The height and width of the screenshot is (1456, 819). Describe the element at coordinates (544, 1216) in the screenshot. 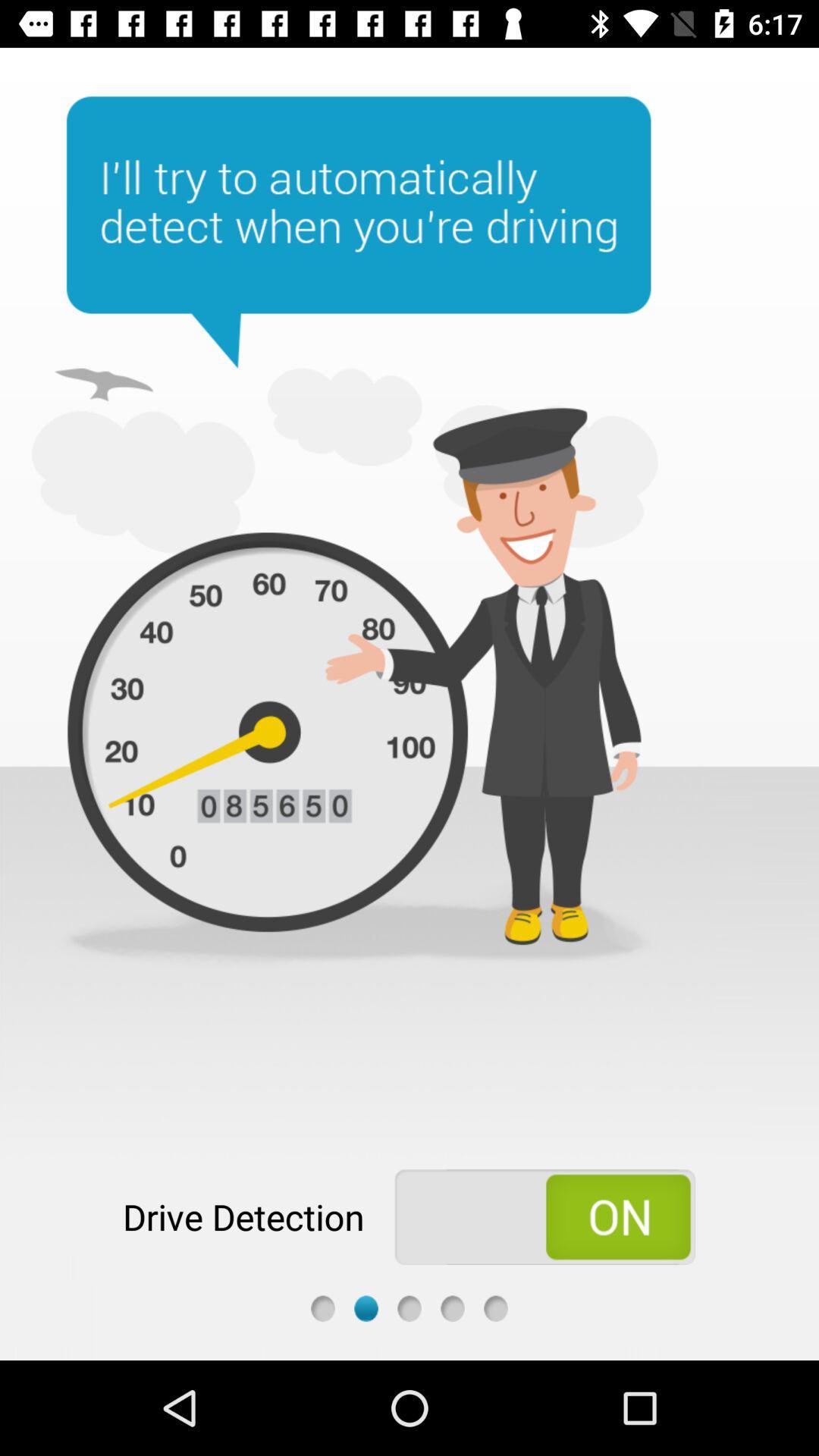

I see `switch` at that location.